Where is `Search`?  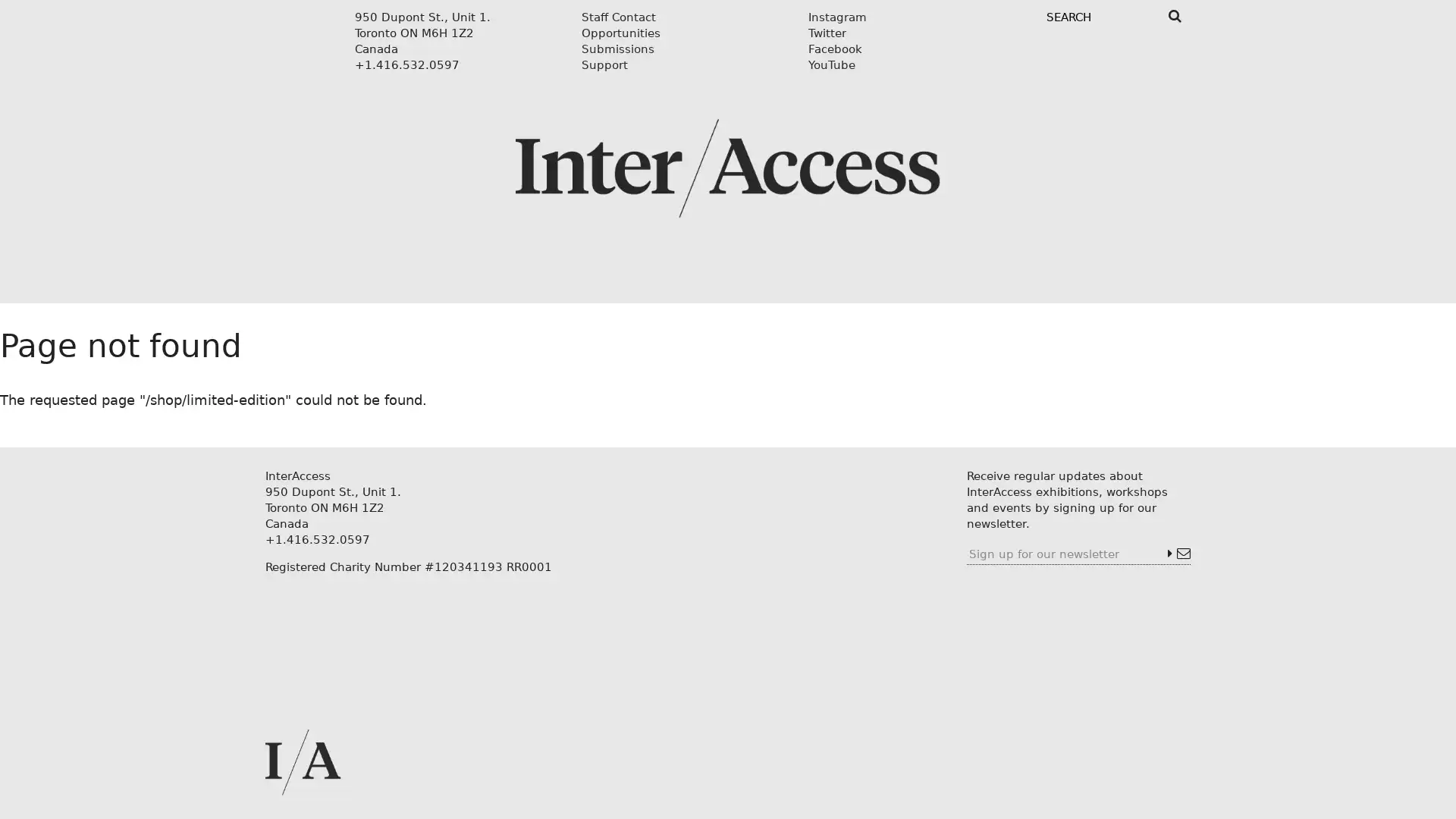
Search is located at coordinates (1174, 16).